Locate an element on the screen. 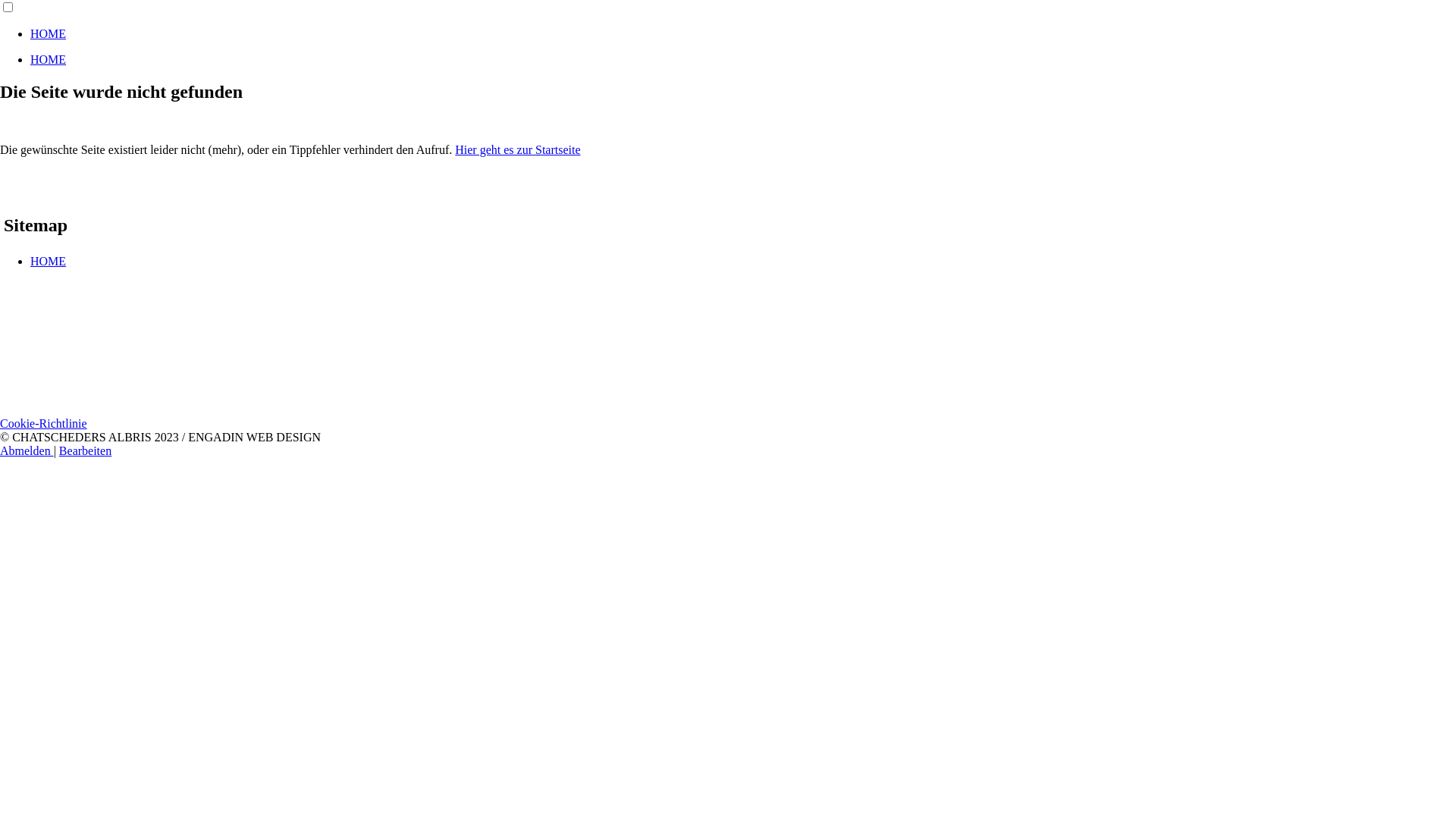  'Abmelden' is located at coordinates (27, 450).